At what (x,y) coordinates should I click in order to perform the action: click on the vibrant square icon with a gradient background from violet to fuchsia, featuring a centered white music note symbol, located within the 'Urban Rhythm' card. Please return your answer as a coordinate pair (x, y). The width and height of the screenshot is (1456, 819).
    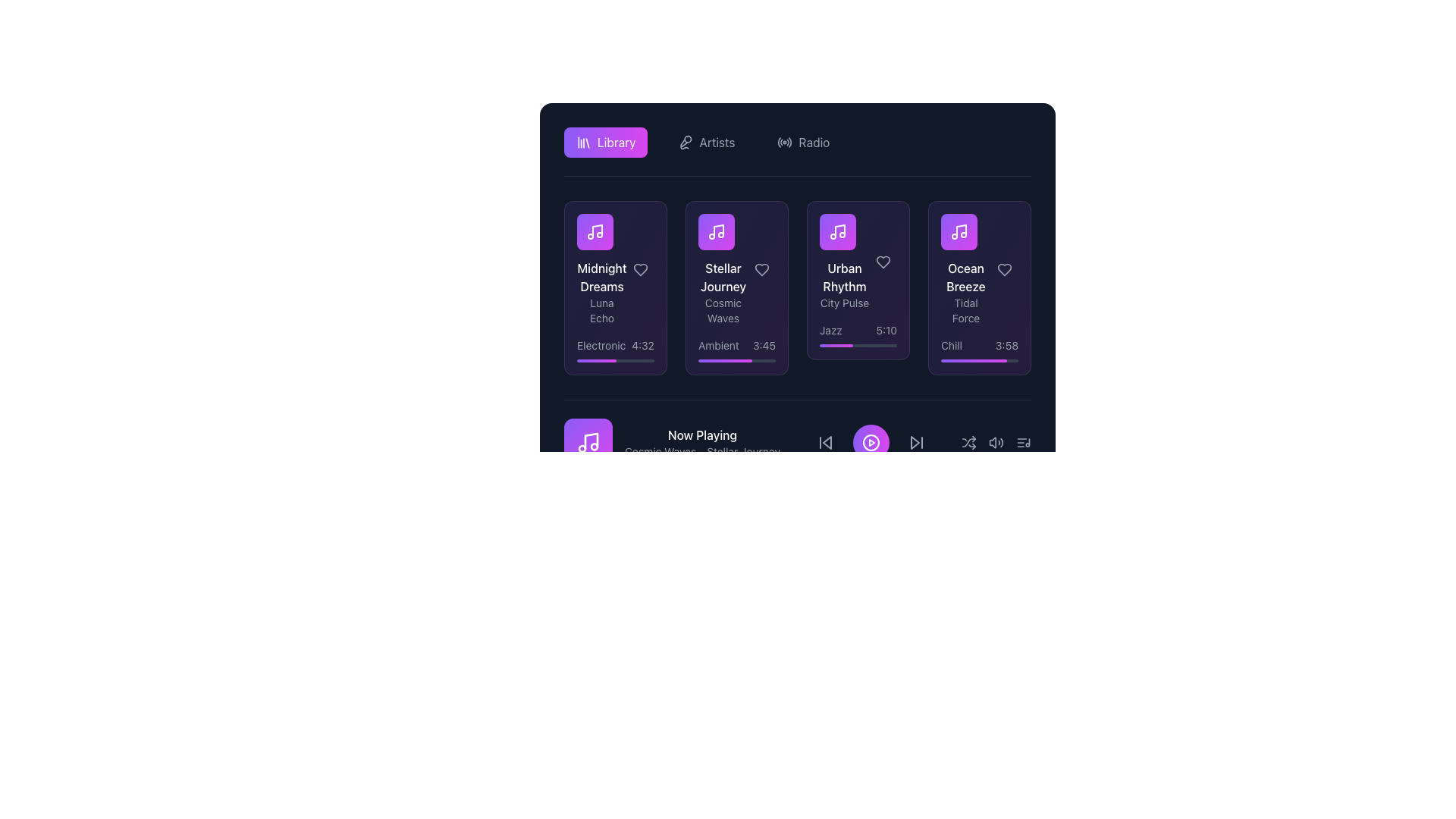
    Looking at the image, I should click on (836, 231).